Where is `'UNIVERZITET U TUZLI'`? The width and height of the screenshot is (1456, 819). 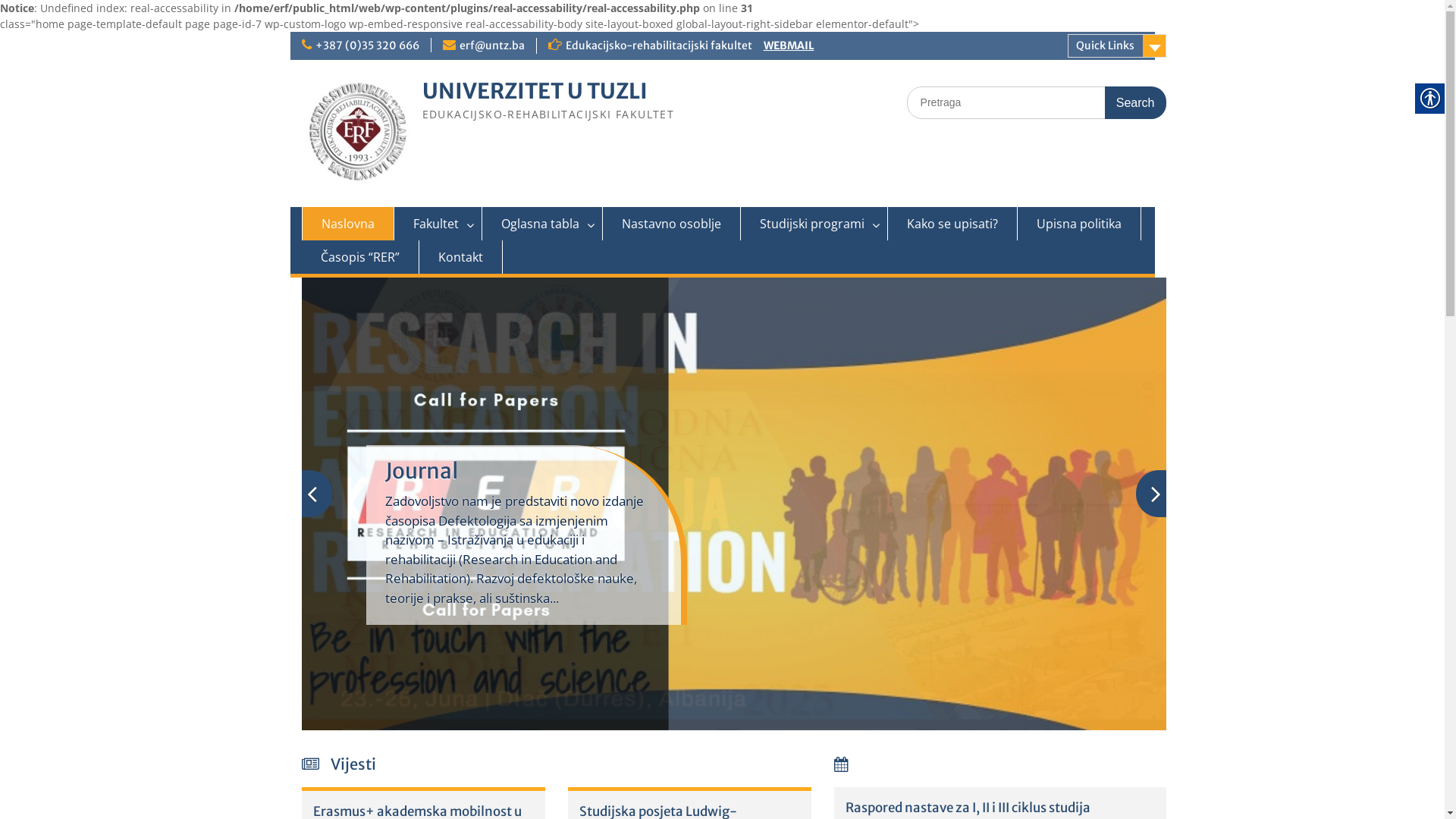 'UNIVERZITET U TUZLI' is located at coordinates (534, 90).